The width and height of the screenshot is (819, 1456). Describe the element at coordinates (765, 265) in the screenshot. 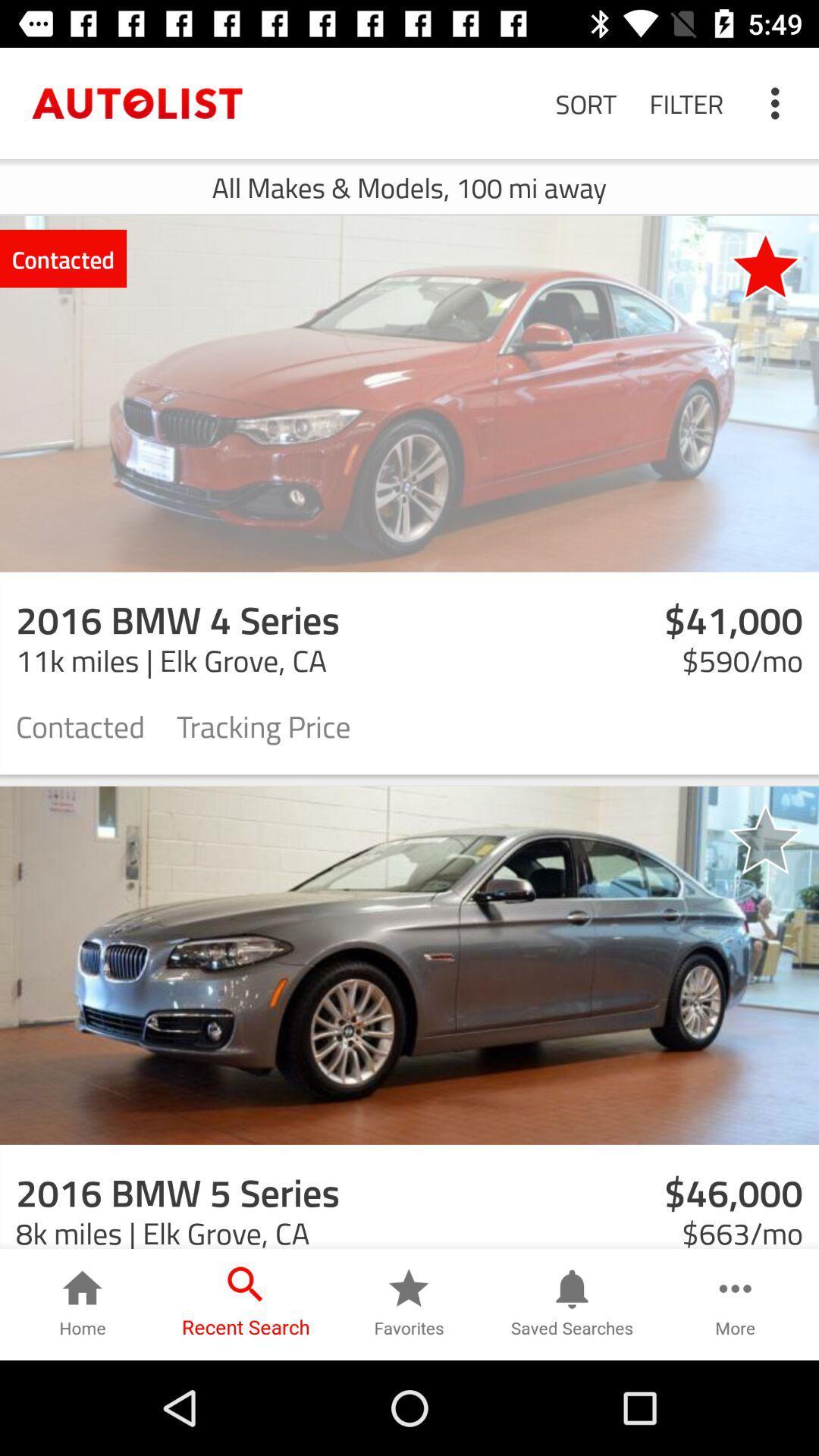

I see `icon to the right of contacted item` at that location.